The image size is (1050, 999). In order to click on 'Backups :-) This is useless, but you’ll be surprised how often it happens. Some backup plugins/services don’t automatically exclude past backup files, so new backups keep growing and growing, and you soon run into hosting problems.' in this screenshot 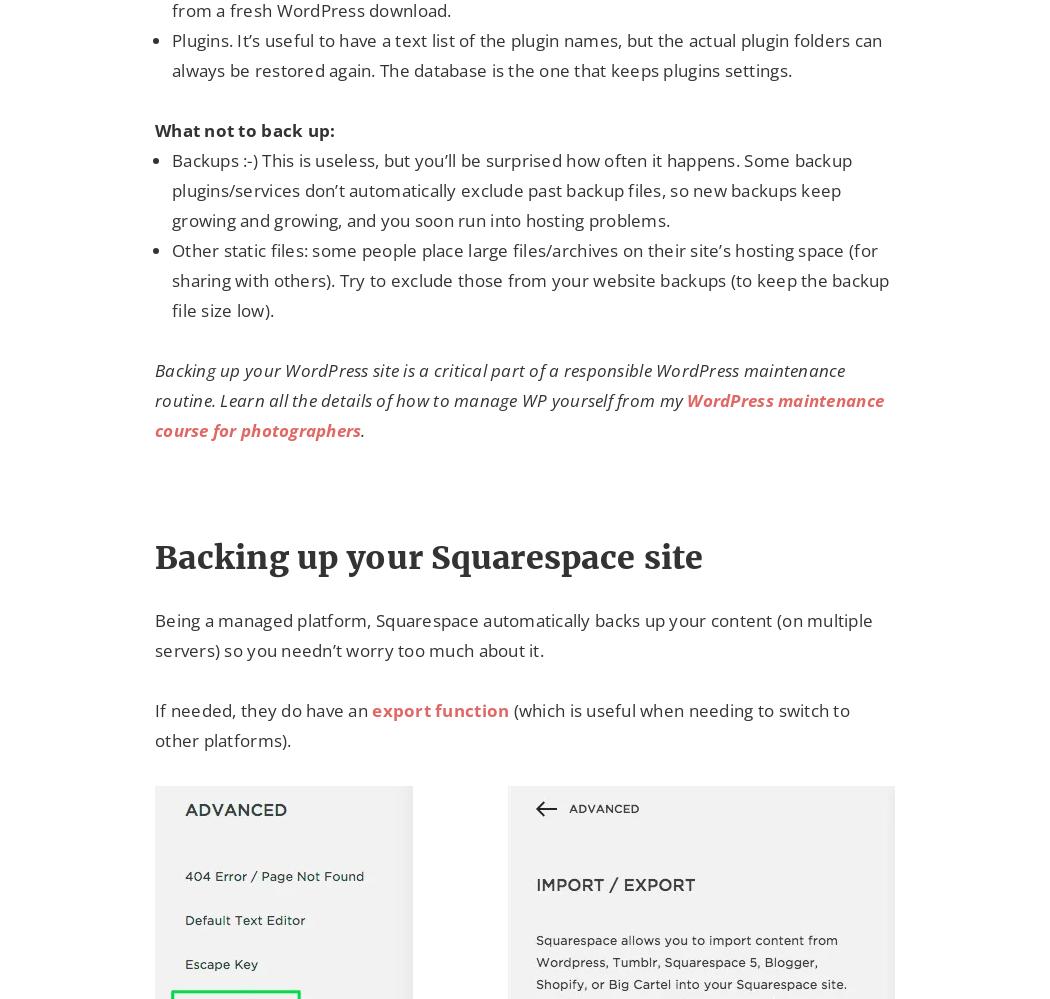, I will do `click(510, 188)`.